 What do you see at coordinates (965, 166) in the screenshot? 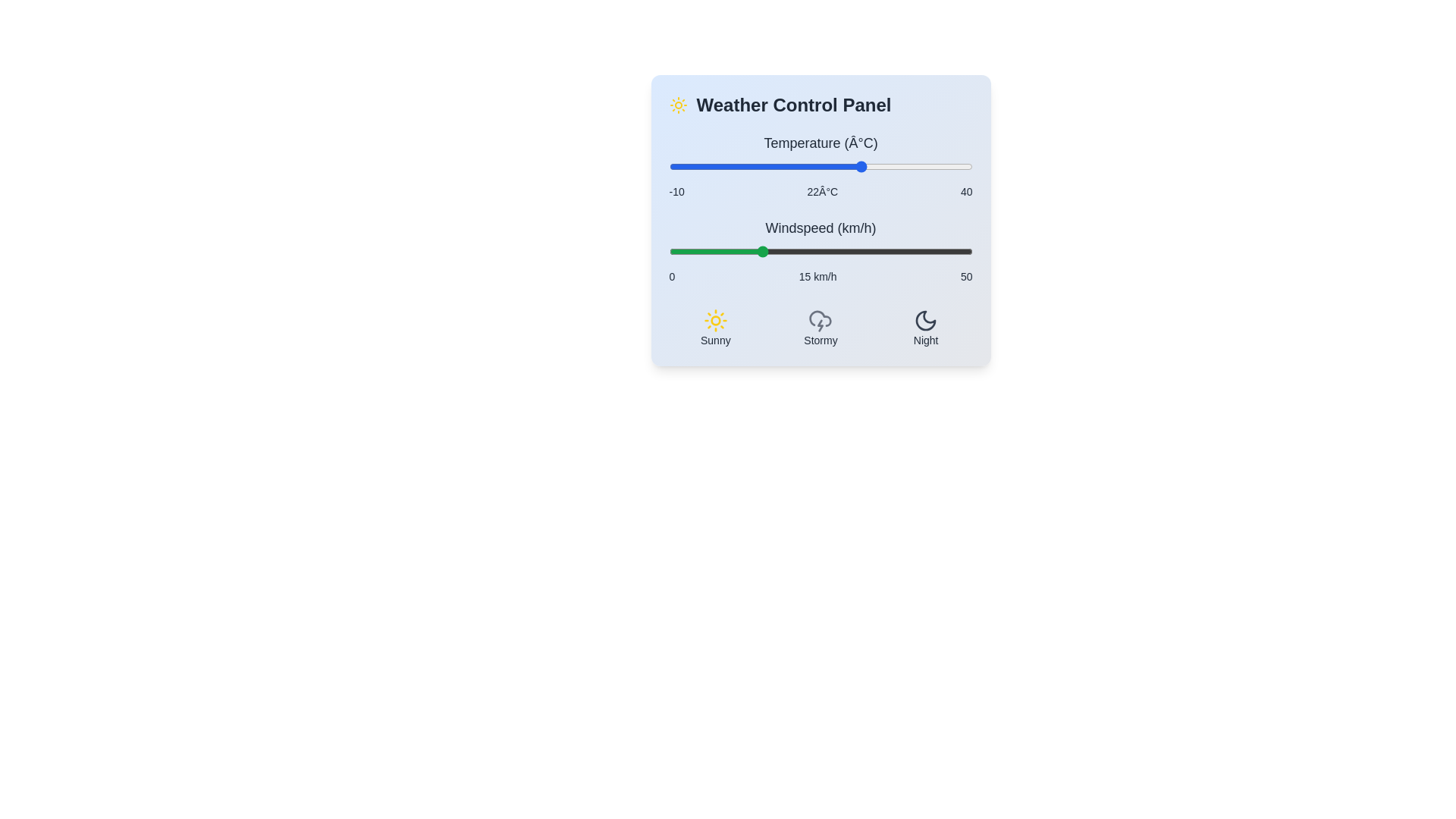
I see `the Temperature slider` at bounding box center [965, 166].